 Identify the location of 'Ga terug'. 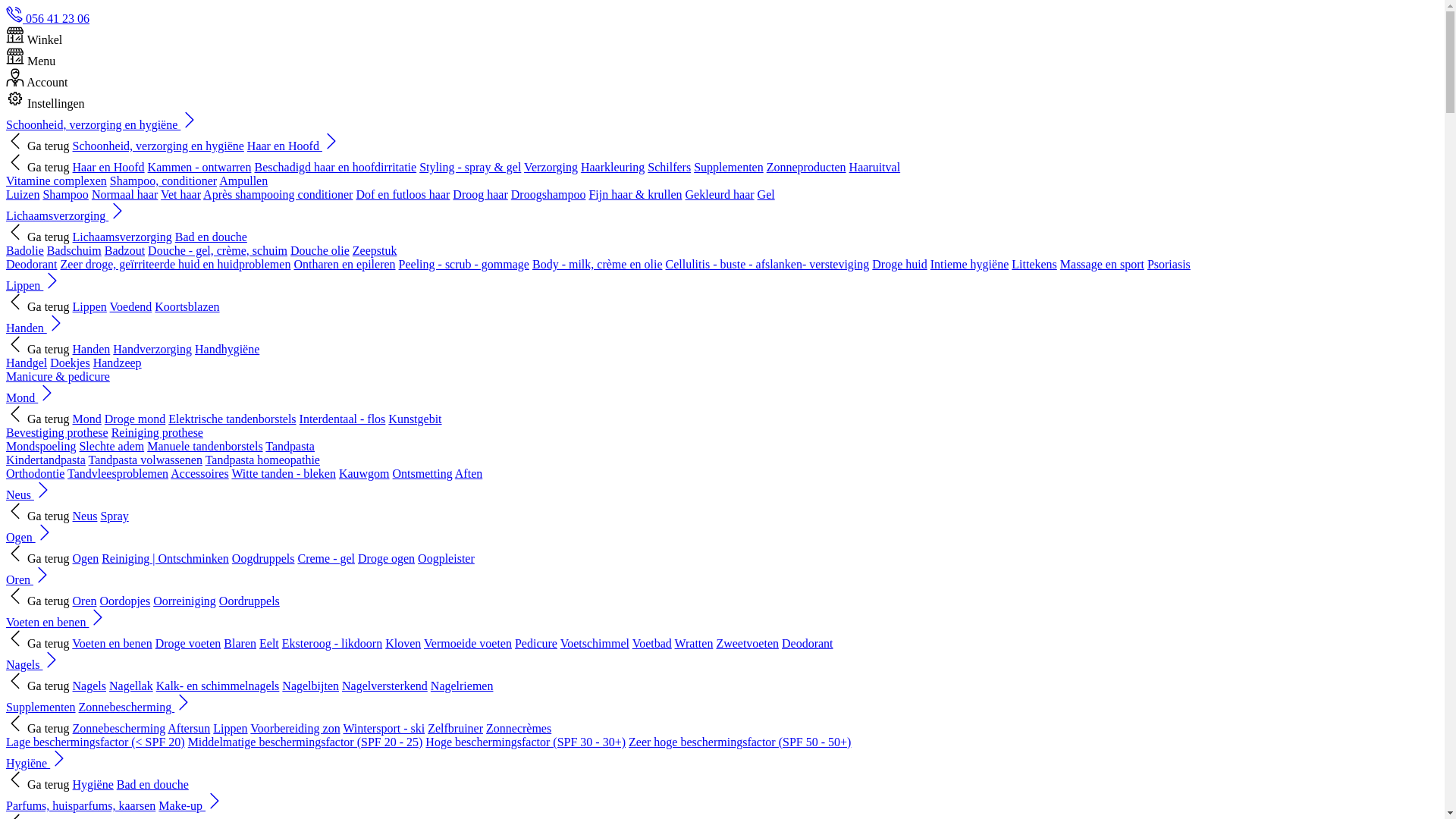
(37, 146).